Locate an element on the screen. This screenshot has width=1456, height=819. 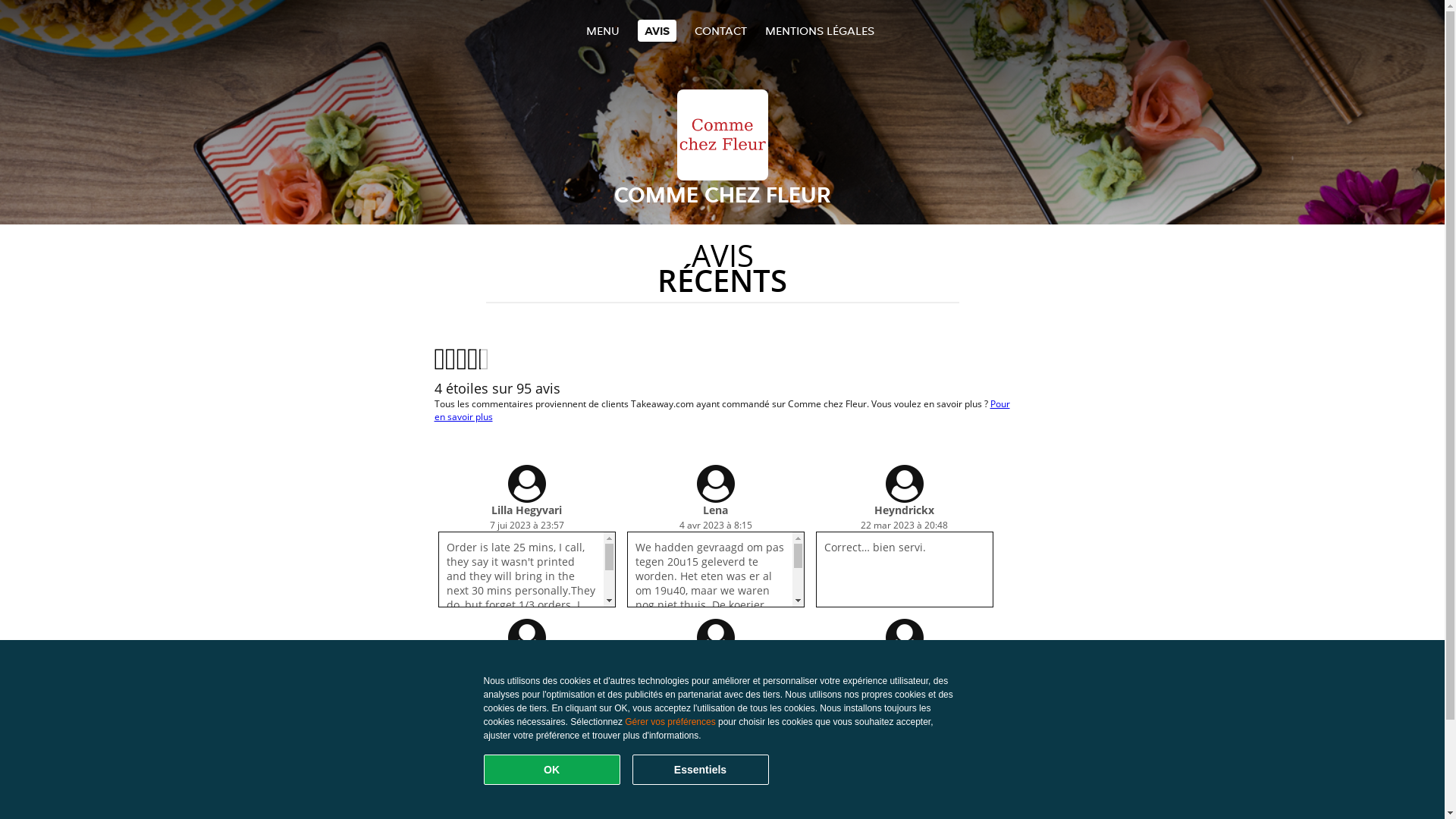
'CONTACT' is located at coordinates (694, 30).